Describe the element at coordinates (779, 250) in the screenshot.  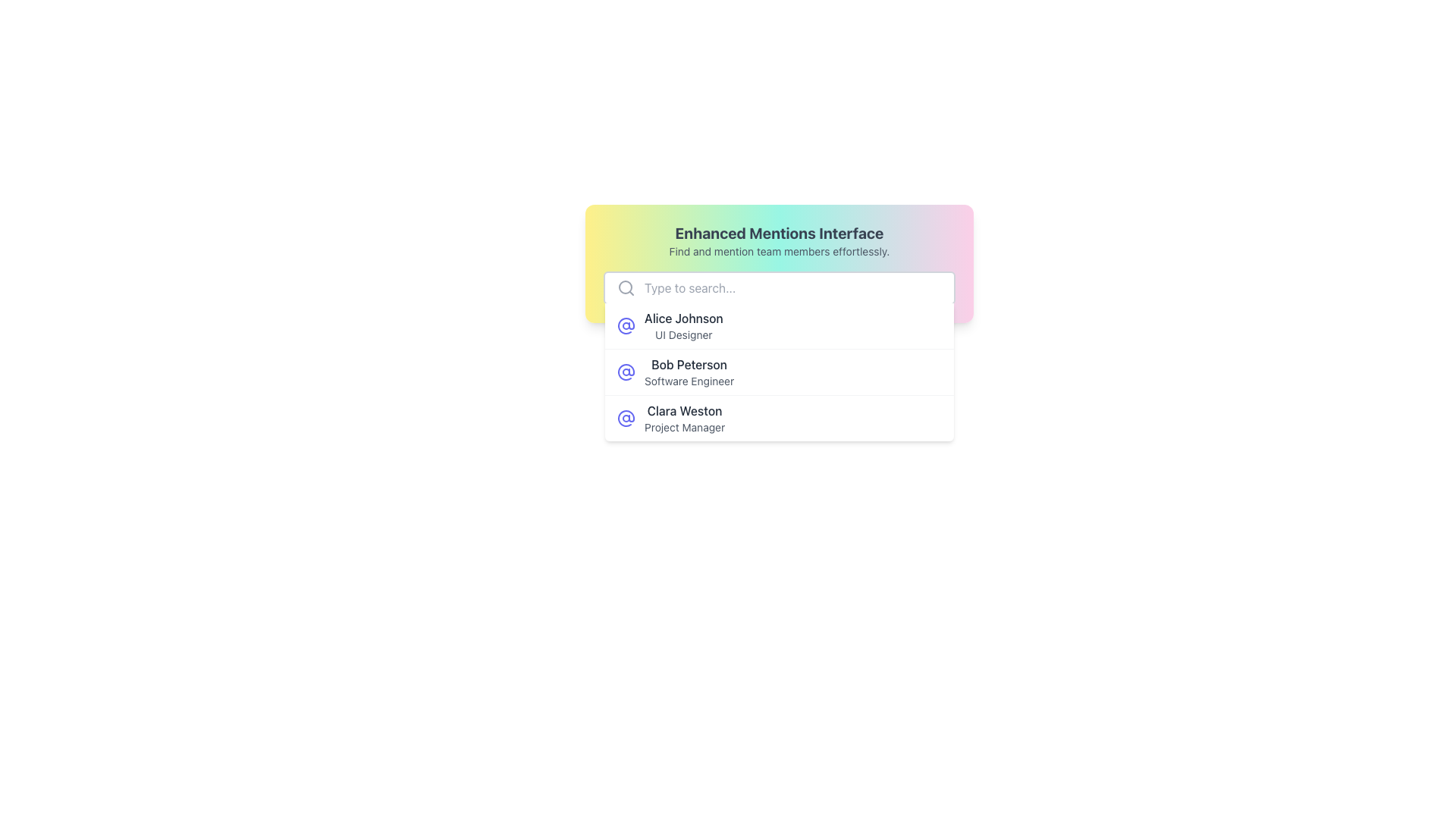
I see `the informative subtitle text that elaborates on the functionality of the 'Enhanced Mentions Interface', which is located directly below the heading in the colored header section` at that location.